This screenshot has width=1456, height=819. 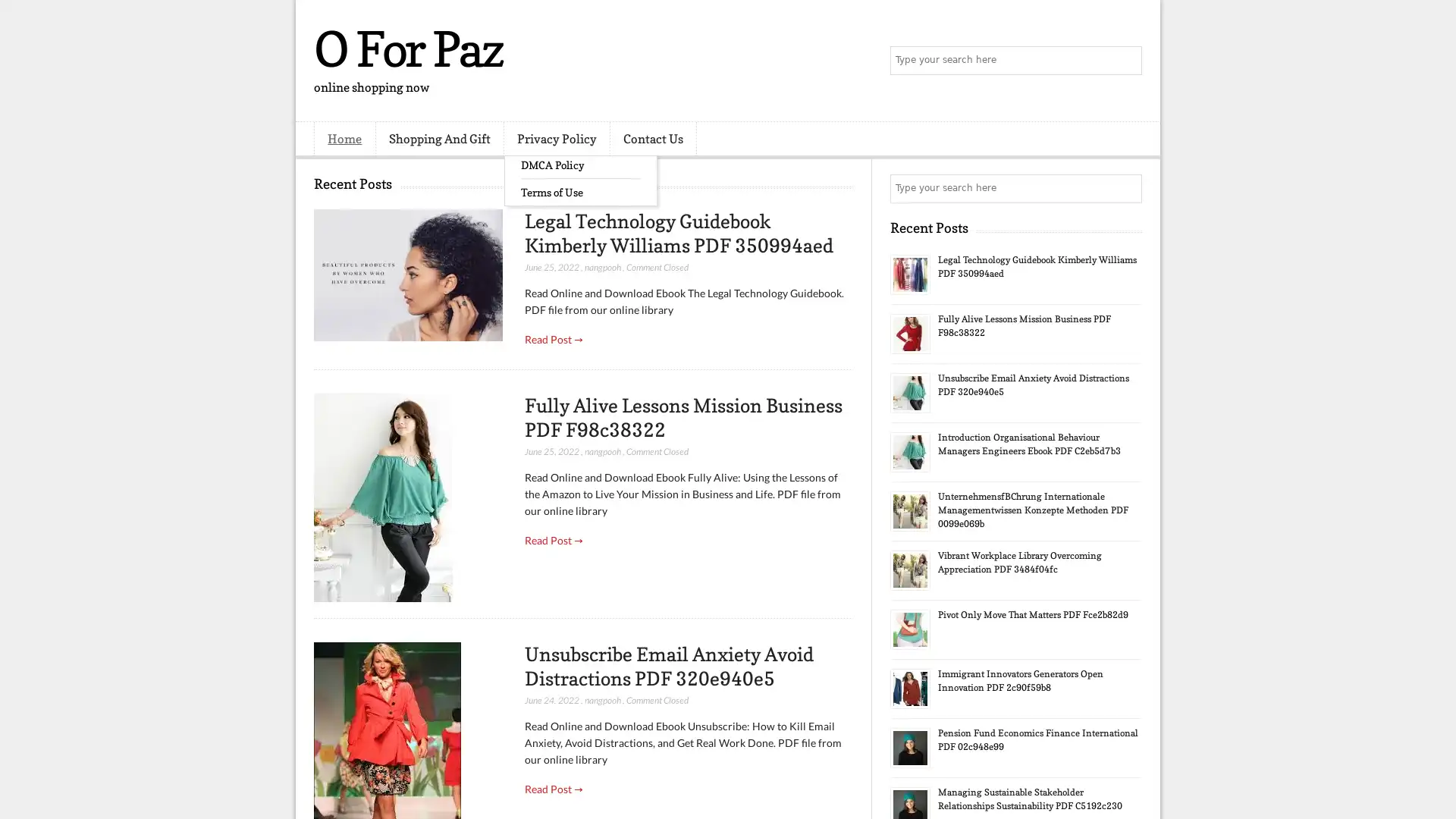 I want to click on Search, so click(x=1126, y=61).